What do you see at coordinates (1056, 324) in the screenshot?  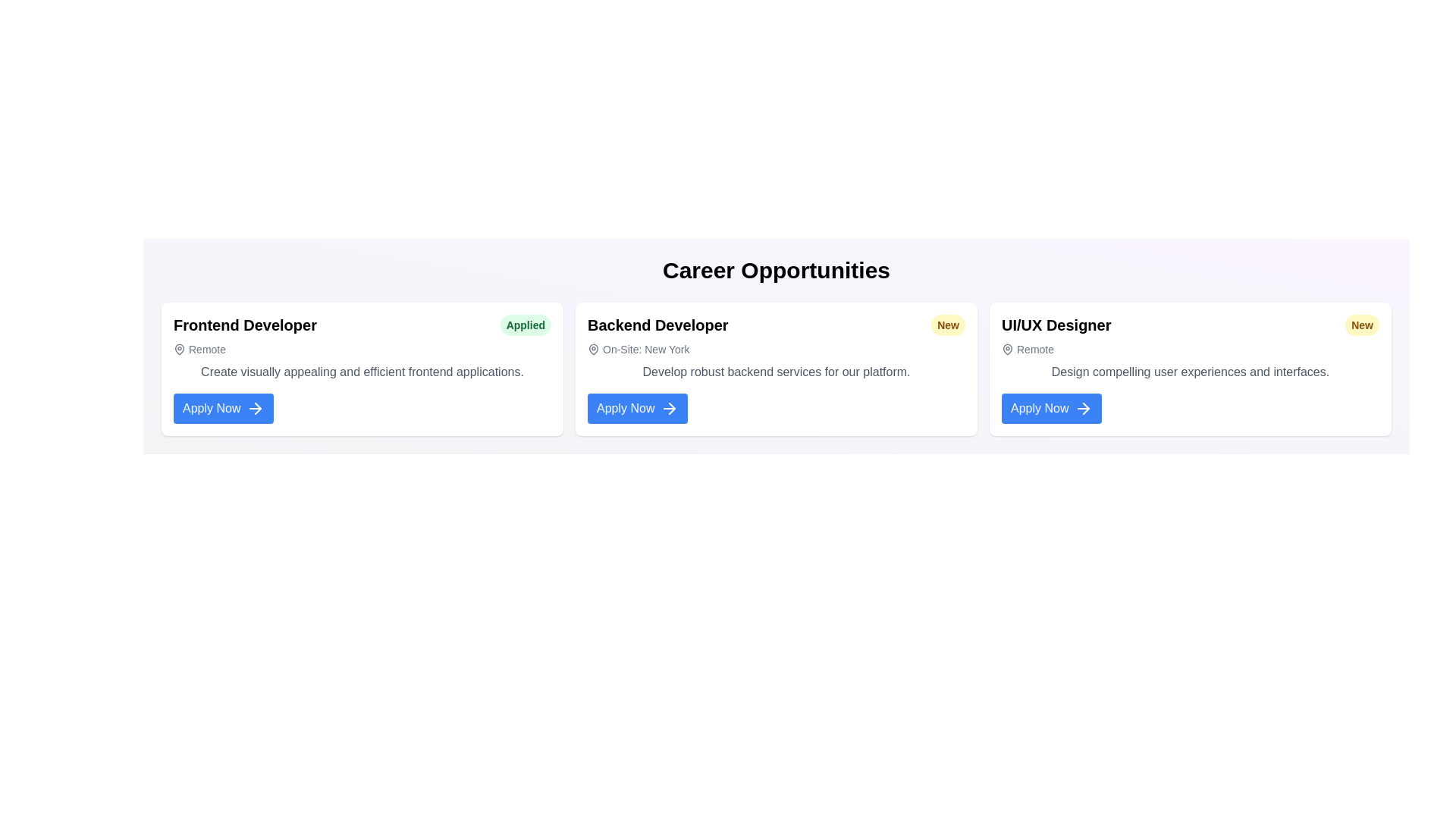 I see `the text label displaying 'UI/UX Designer' in bold typography located in the top-left corner of the third card under the 'Career Opportunities' section` at bounding box center [1056, 324].